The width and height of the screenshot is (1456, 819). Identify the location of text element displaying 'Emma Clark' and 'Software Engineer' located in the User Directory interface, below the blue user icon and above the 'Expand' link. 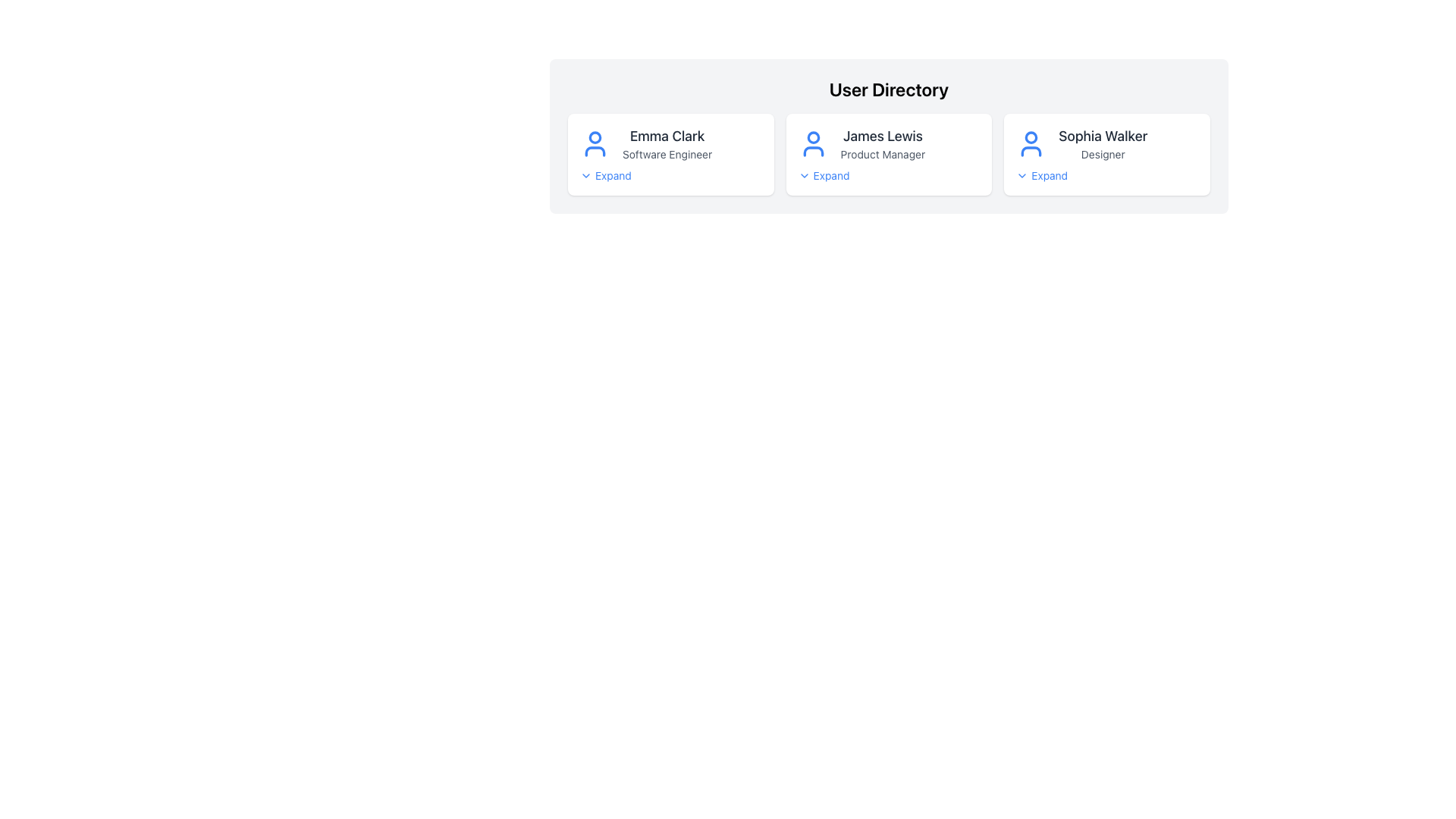
(667, 143).